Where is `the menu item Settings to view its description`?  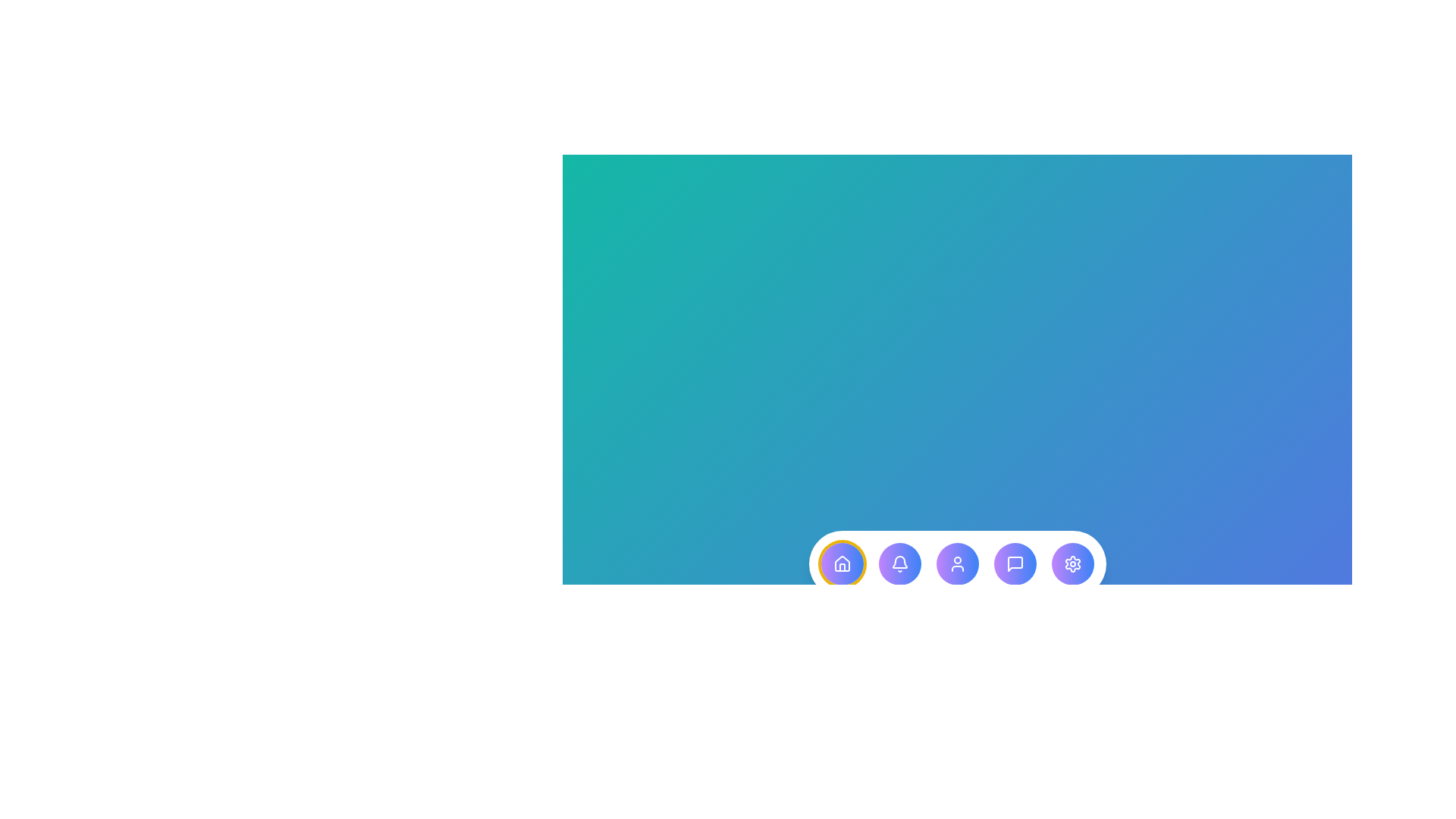 the menu item Settings to view its description is located at coordinates (1072, 564).